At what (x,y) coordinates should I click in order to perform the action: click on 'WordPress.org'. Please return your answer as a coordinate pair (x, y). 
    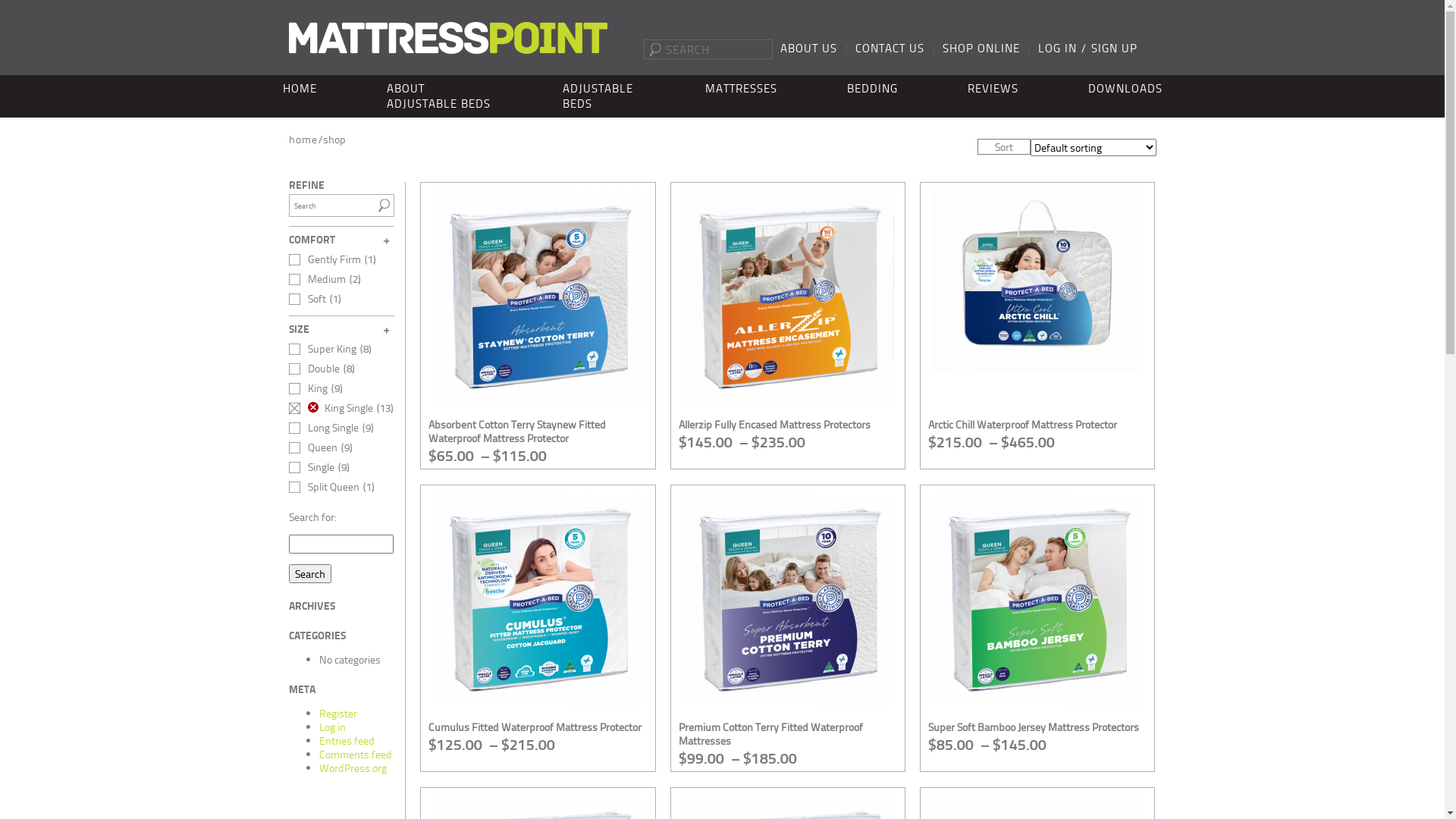
    Looking at the image, I should click on (351, 767).